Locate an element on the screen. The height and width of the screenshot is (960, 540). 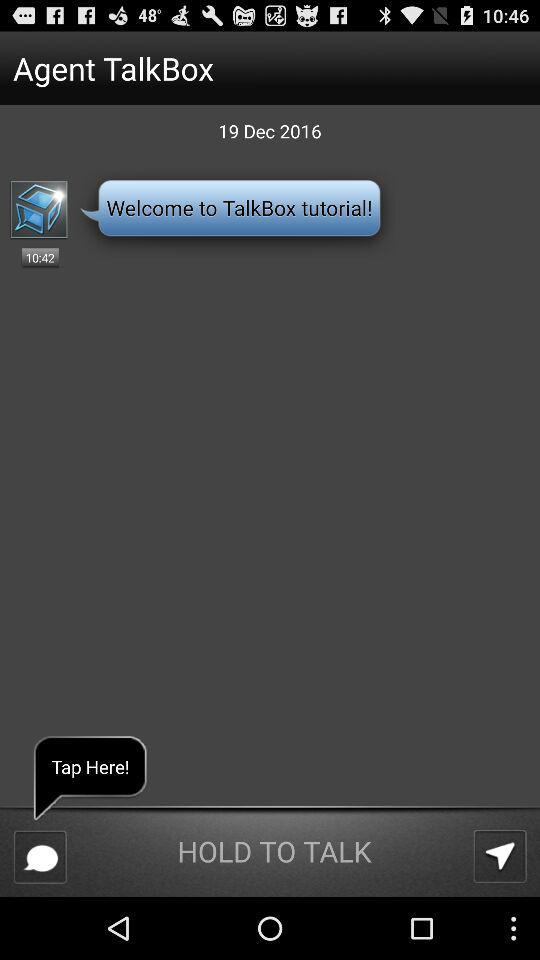
item at the bottom right corner is located at coordinates (499, 855).